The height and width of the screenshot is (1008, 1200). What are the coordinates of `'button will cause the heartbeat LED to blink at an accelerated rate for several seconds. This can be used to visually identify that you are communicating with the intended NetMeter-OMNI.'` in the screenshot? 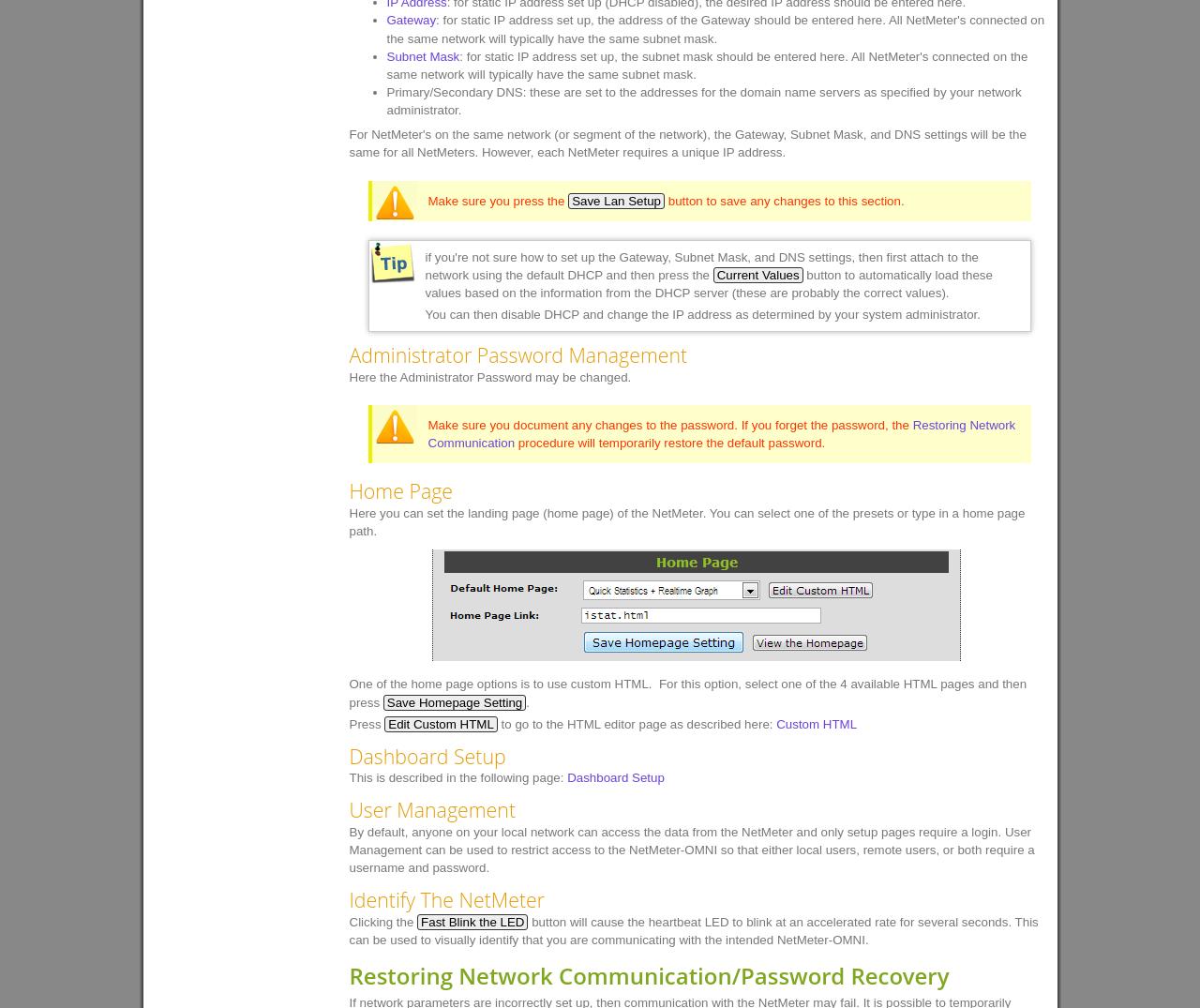 It's located at (692, 929).